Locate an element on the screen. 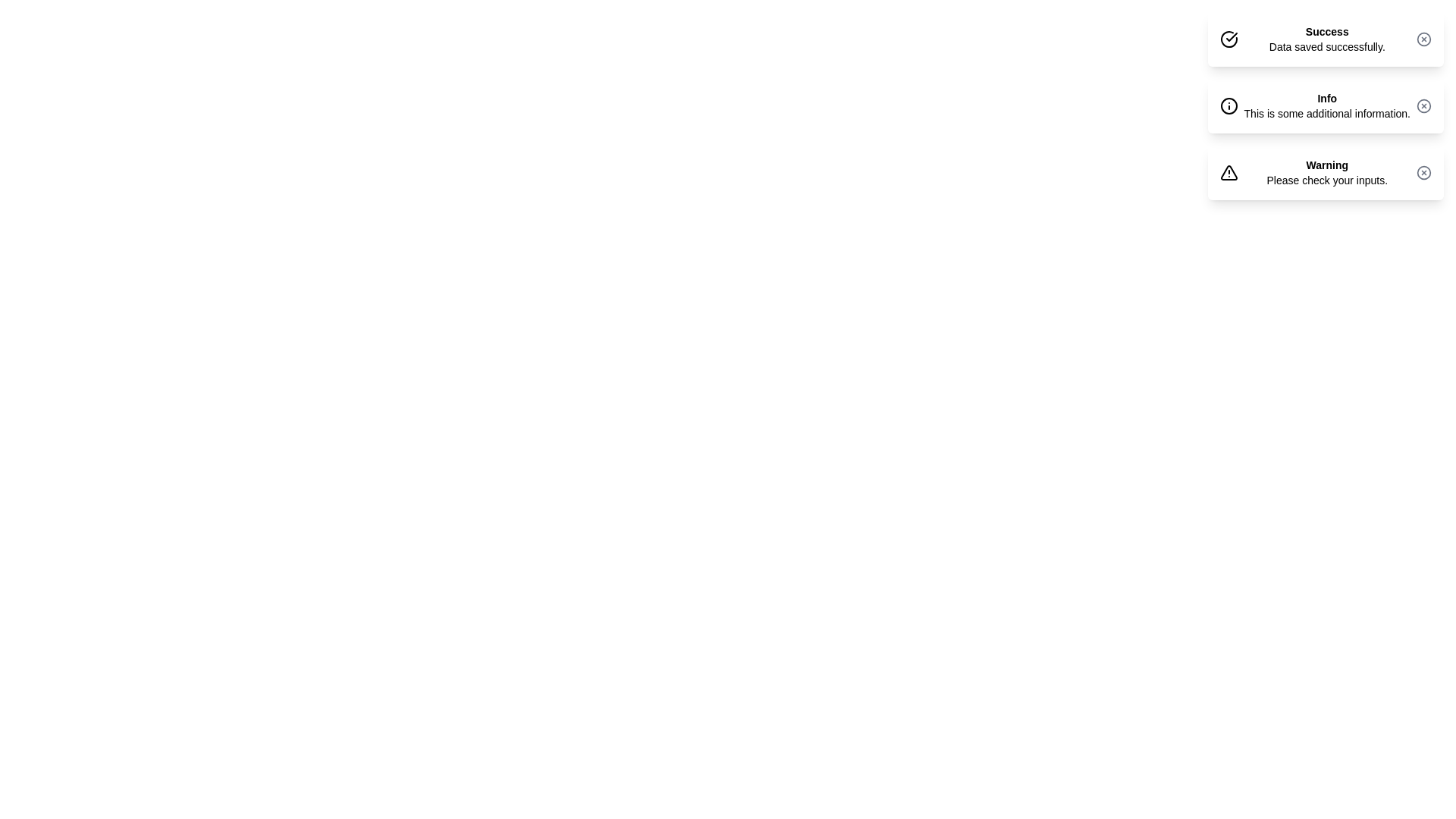 This screenshot has height=819, width=1456. the SVG Circle that represents the outer boundary of the information icon, which is positioned second in a vertical list of alert messages on the right side of the interface is located at coordinates (1228, 105).